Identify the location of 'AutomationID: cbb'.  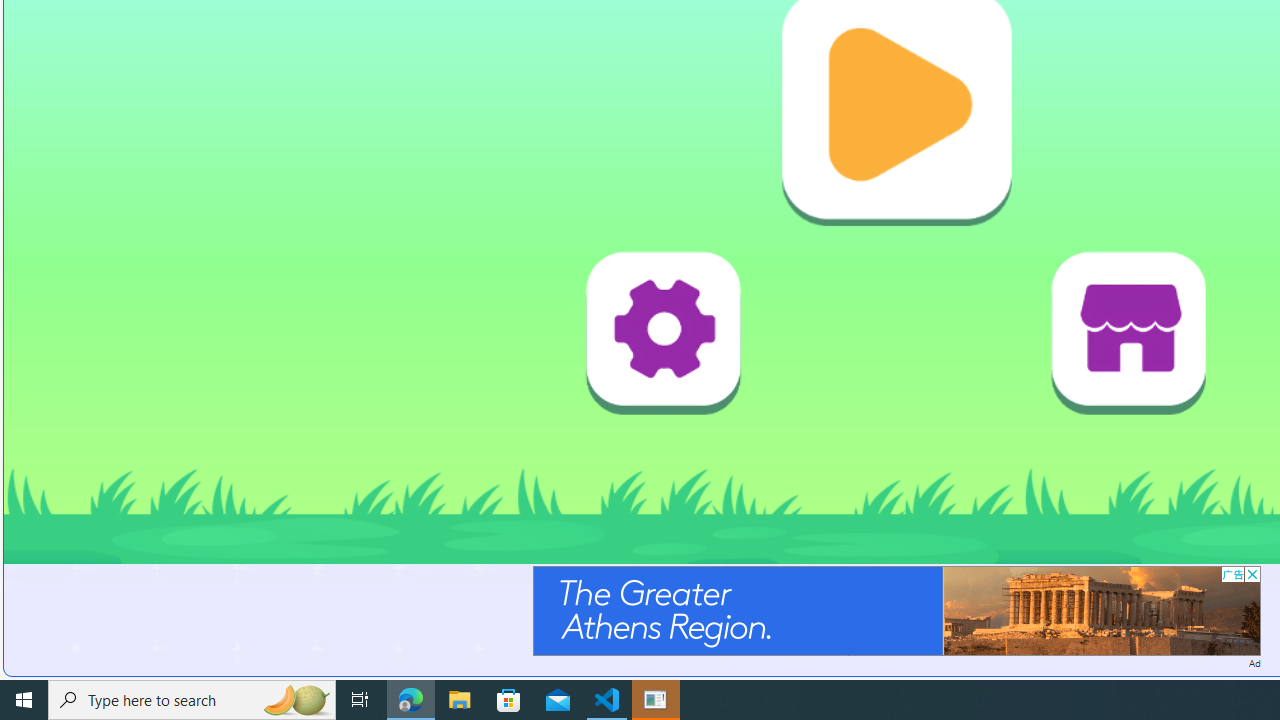
(1251, 574).